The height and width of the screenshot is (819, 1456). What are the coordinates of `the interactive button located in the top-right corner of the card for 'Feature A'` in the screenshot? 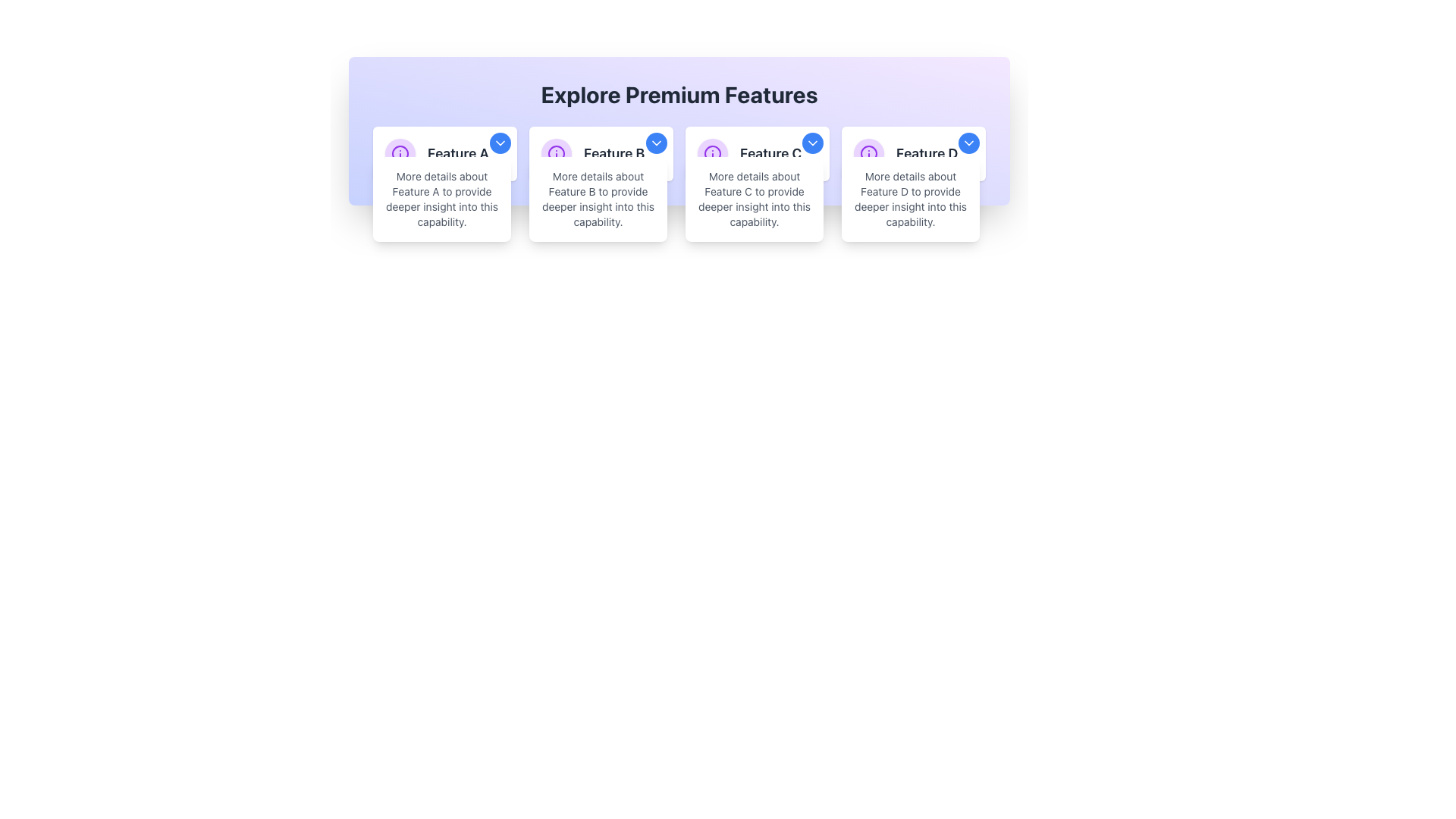 It's located at (500, 143).